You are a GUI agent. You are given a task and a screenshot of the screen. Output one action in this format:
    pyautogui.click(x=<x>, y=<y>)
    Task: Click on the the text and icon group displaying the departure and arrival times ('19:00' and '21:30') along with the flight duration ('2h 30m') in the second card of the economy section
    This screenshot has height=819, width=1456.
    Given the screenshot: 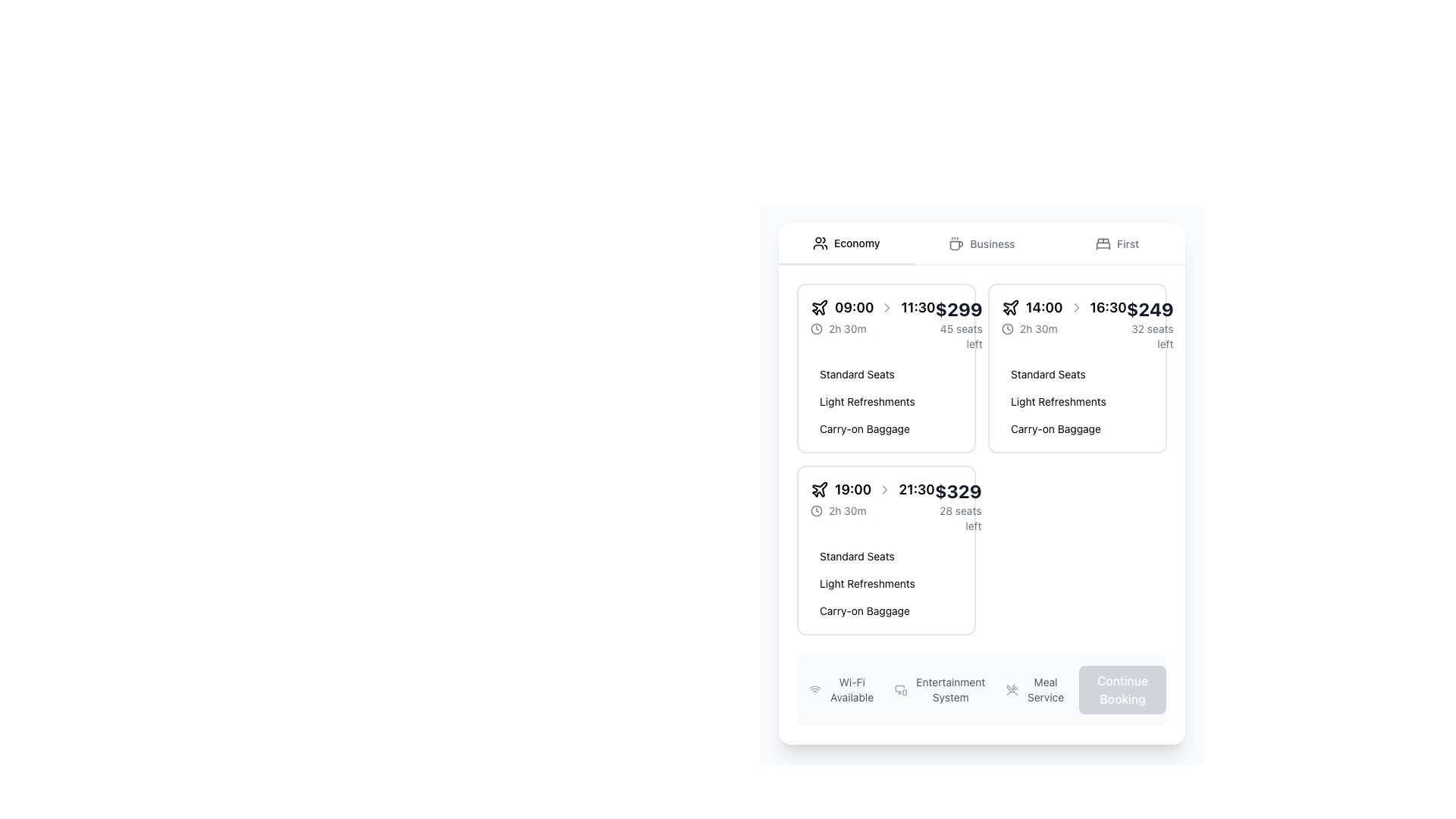 What is the action you would take?
    pyautogui.click(x=872, y=499)
    